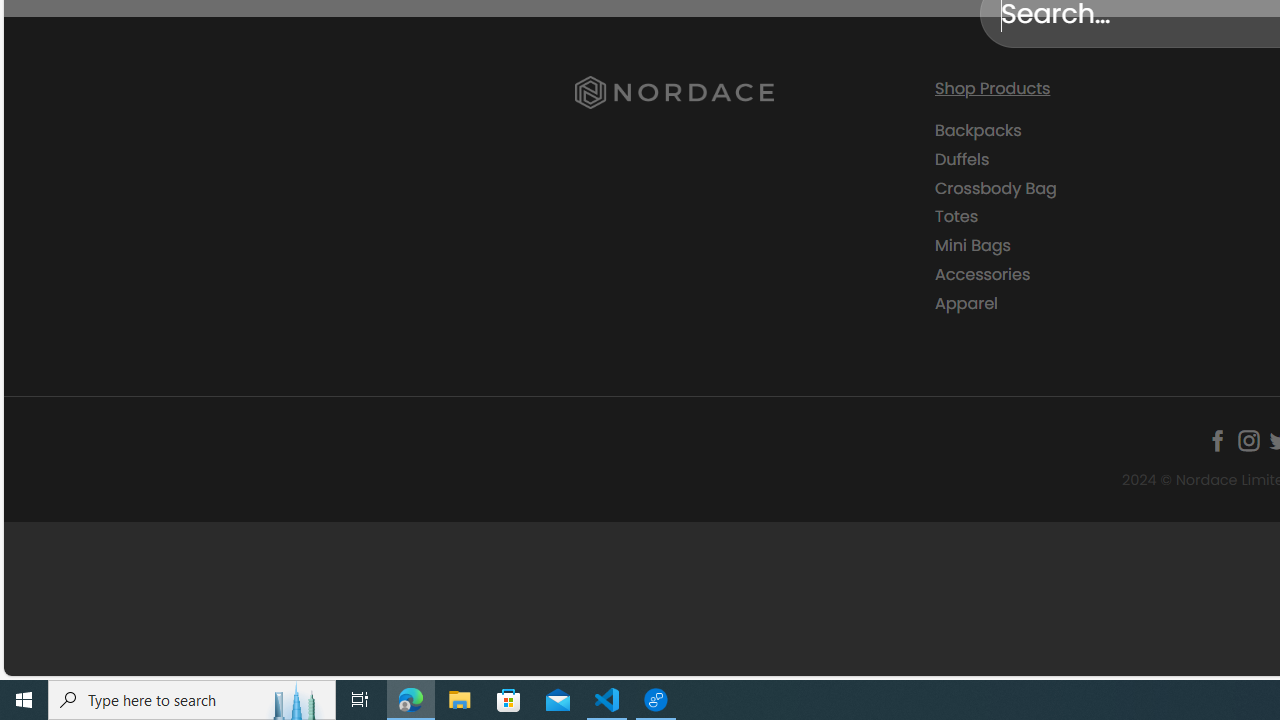 The width and height of the screenshot is (1280, 720). Describe the element at coordinates (1098, 216) in the screenshot. I see `'Totes'` at that location.